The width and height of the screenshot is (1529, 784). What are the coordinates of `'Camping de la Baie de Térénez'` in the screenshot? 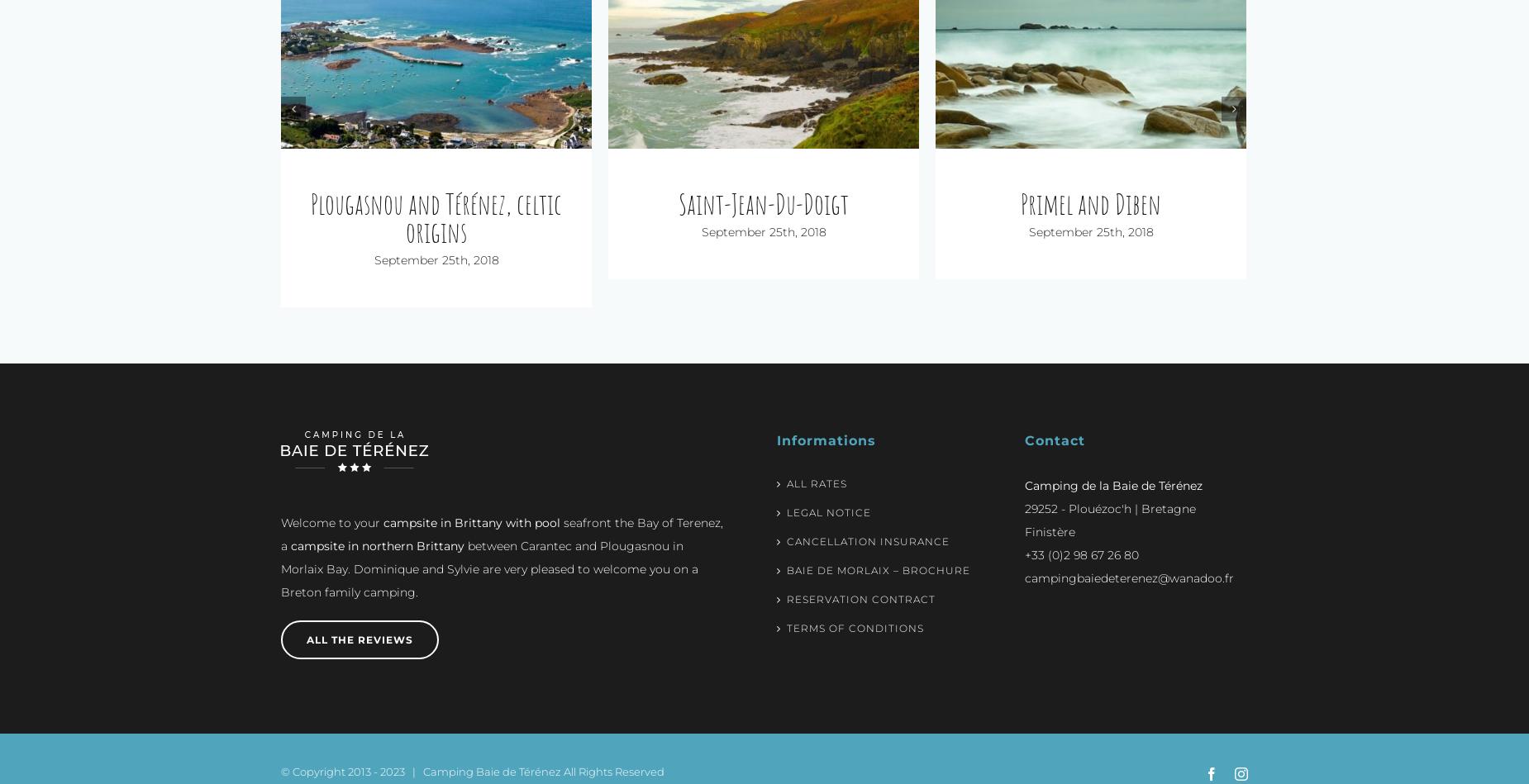 It's located at (1112, 457).